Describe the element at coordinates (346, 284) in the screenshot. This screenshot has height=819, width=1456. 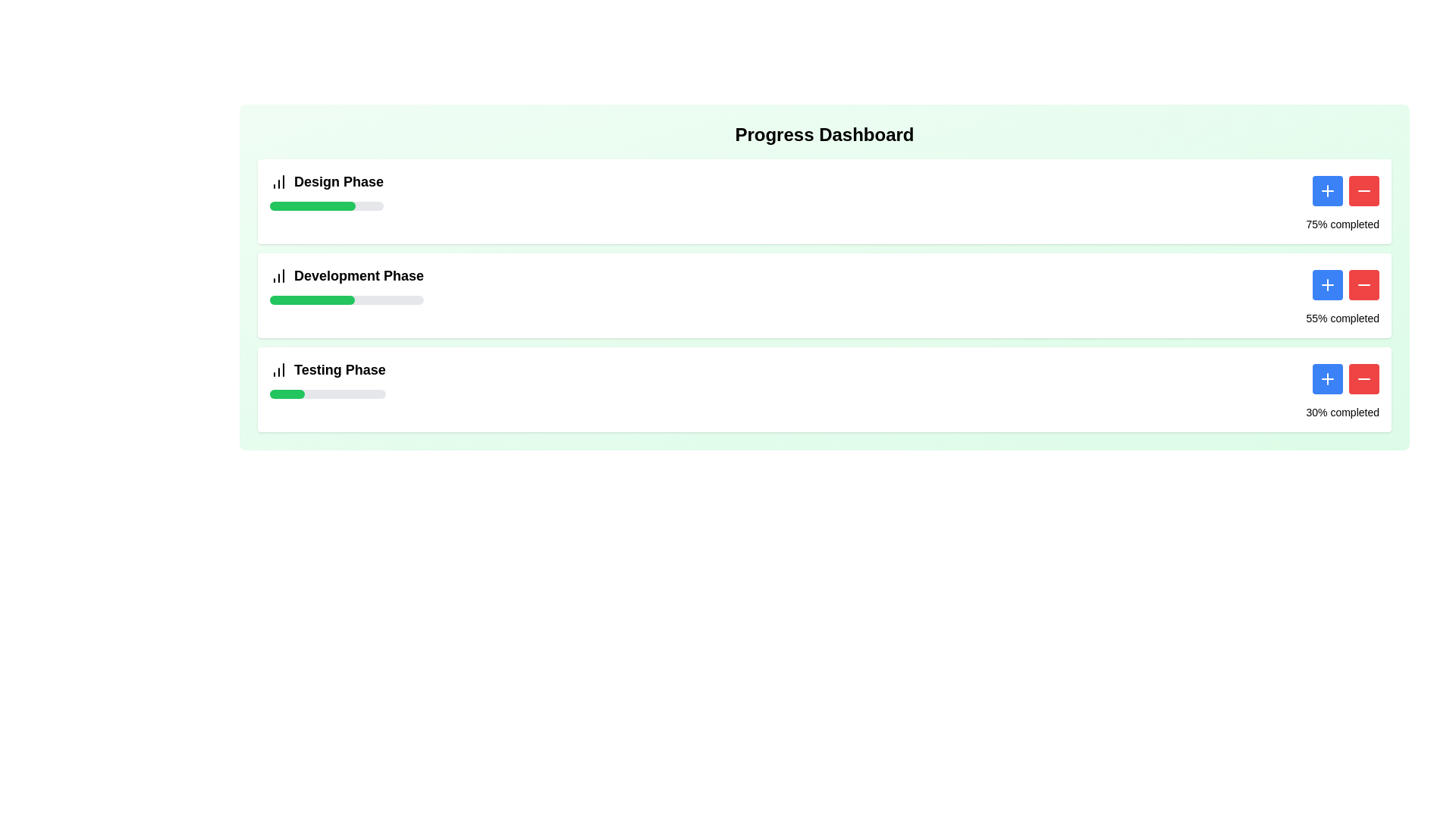
I see `the Labeled Progress Tracker displaying the label 'Development Phase' to interact with it` at that location.